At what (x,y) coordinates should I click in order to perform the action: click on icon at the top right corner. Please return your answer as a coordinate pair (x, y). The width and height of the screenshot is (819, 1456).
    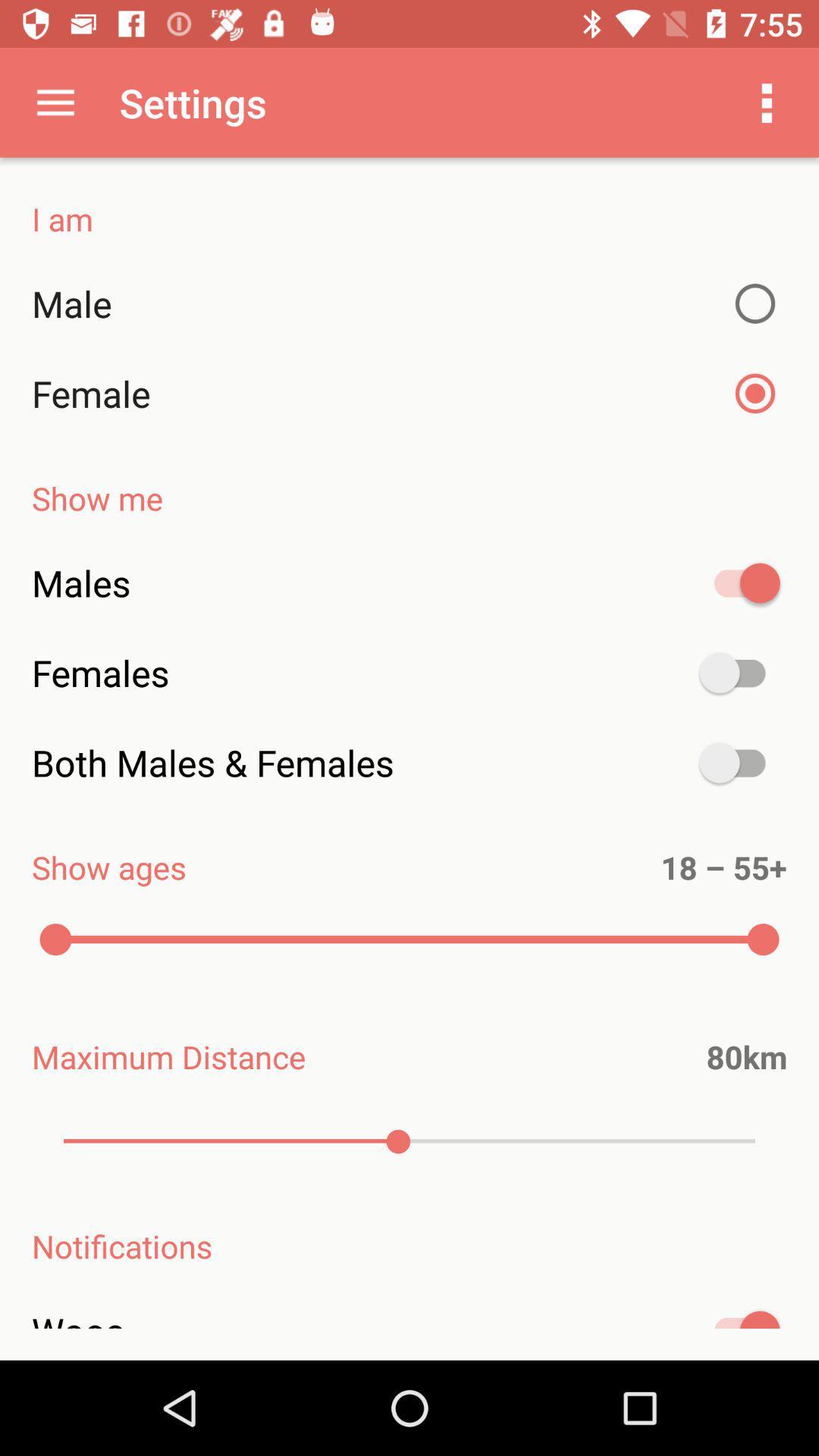
    Looking at the image, I should click on (767, 102).